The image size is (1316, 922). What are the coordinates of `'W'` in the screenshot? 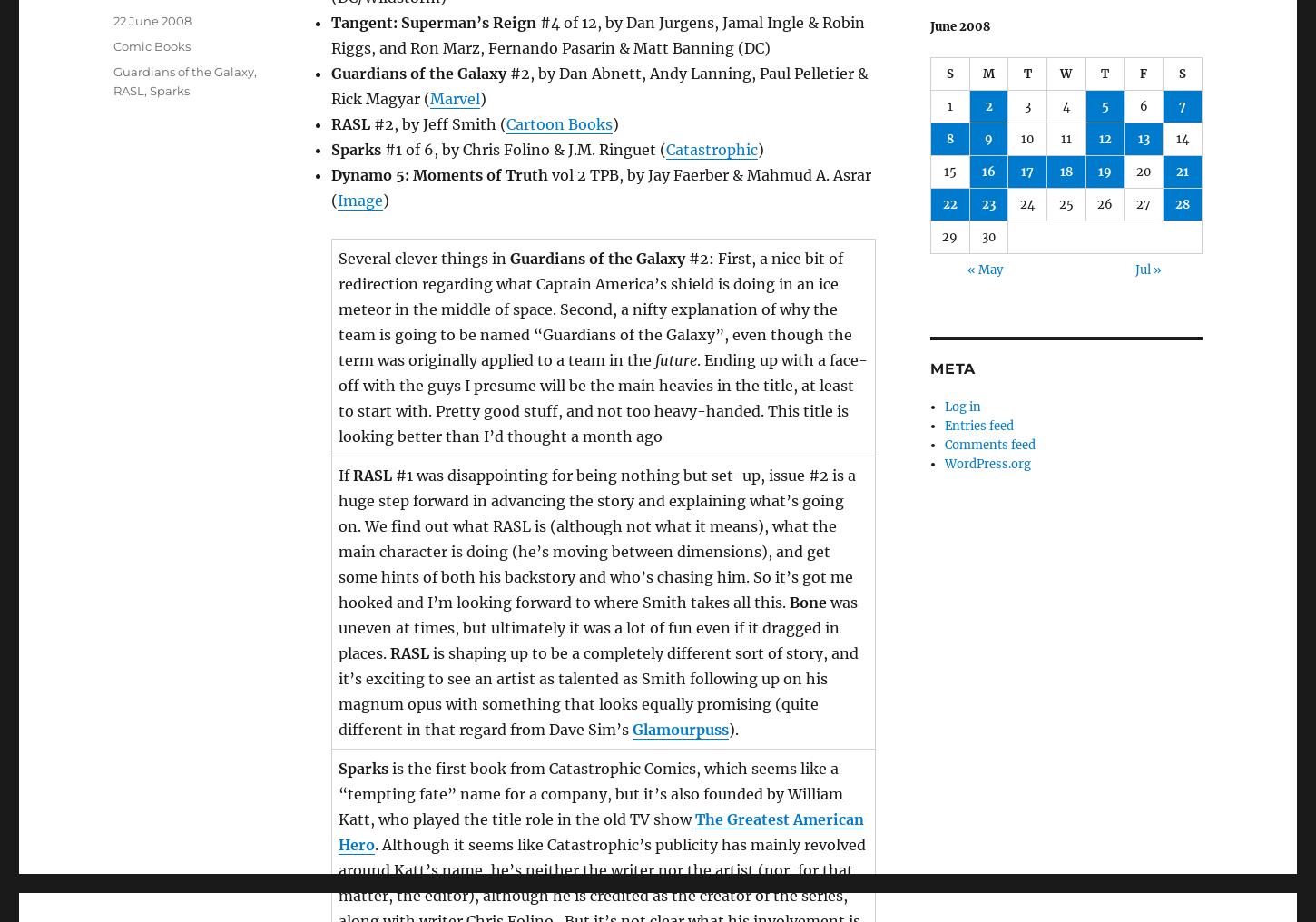 It's located at (1058, 73).